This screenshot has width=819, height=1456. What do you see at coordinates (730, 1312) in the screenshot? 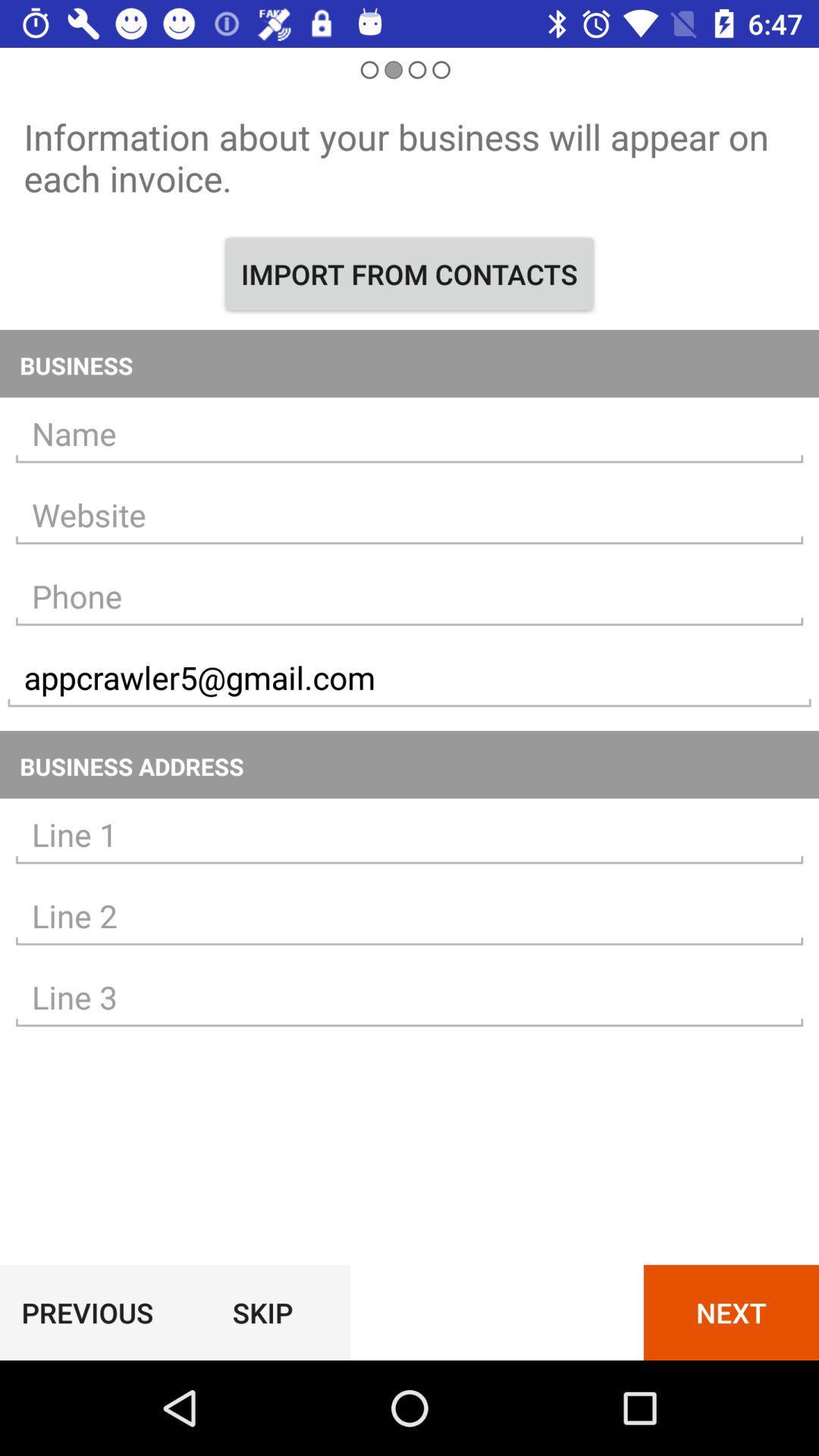
I see `the next` at bounding box center [730, 1312].